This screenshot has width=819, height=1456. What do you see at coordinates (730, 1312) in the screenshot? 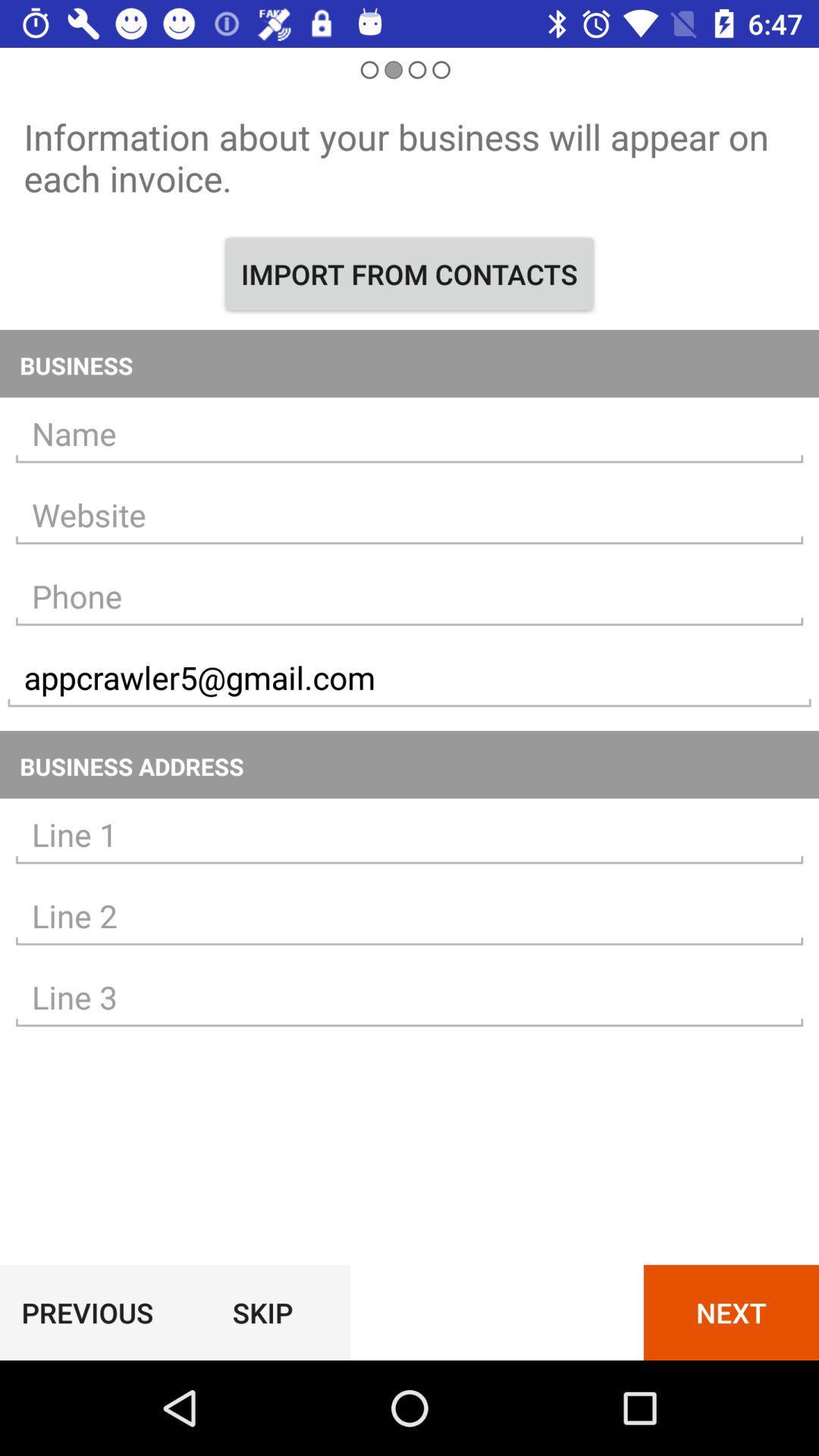
I see `the next` at bounding box center [730, 1312].